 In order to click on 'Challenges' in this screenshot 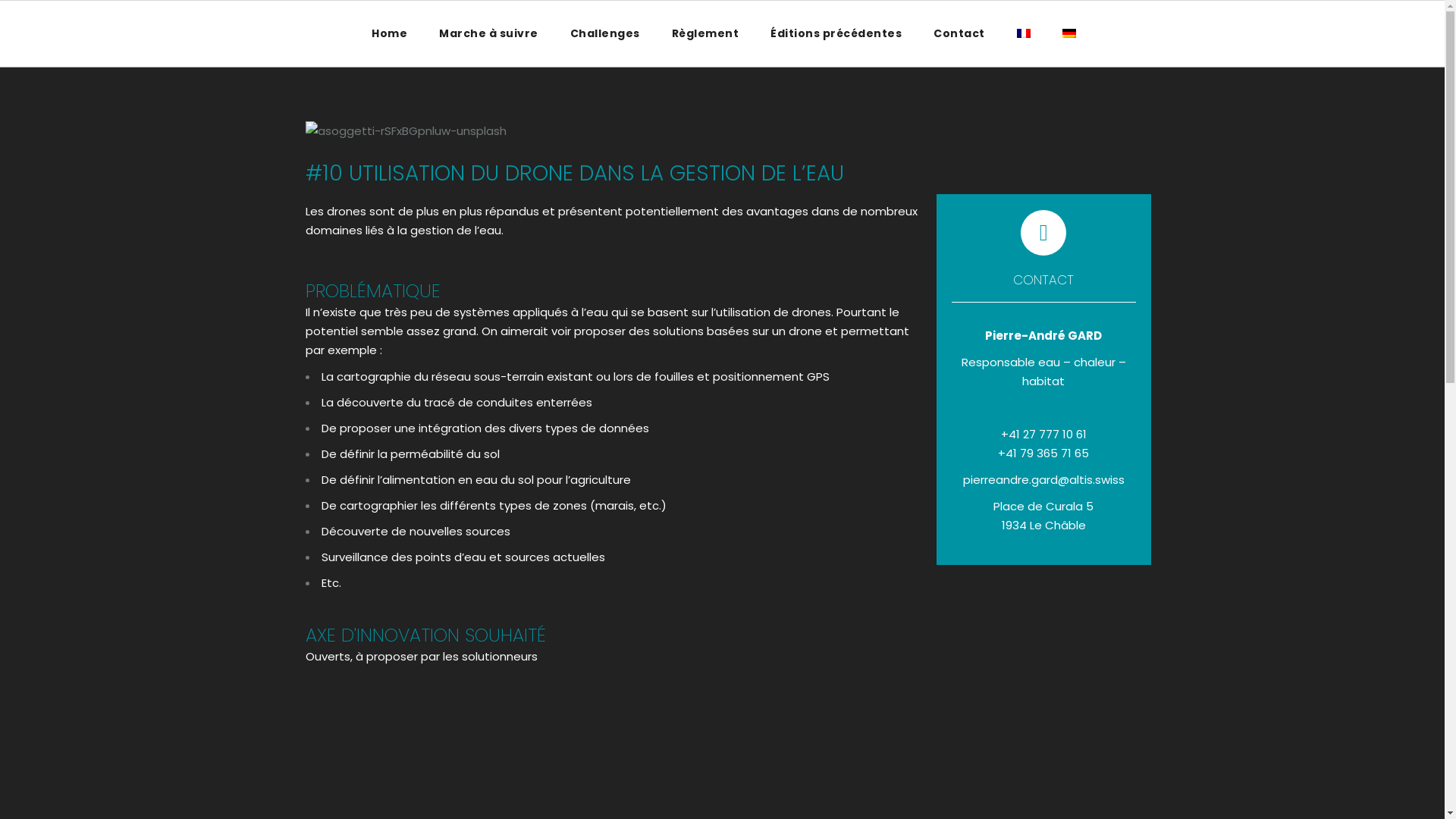, I will do `click(553, 33)`.